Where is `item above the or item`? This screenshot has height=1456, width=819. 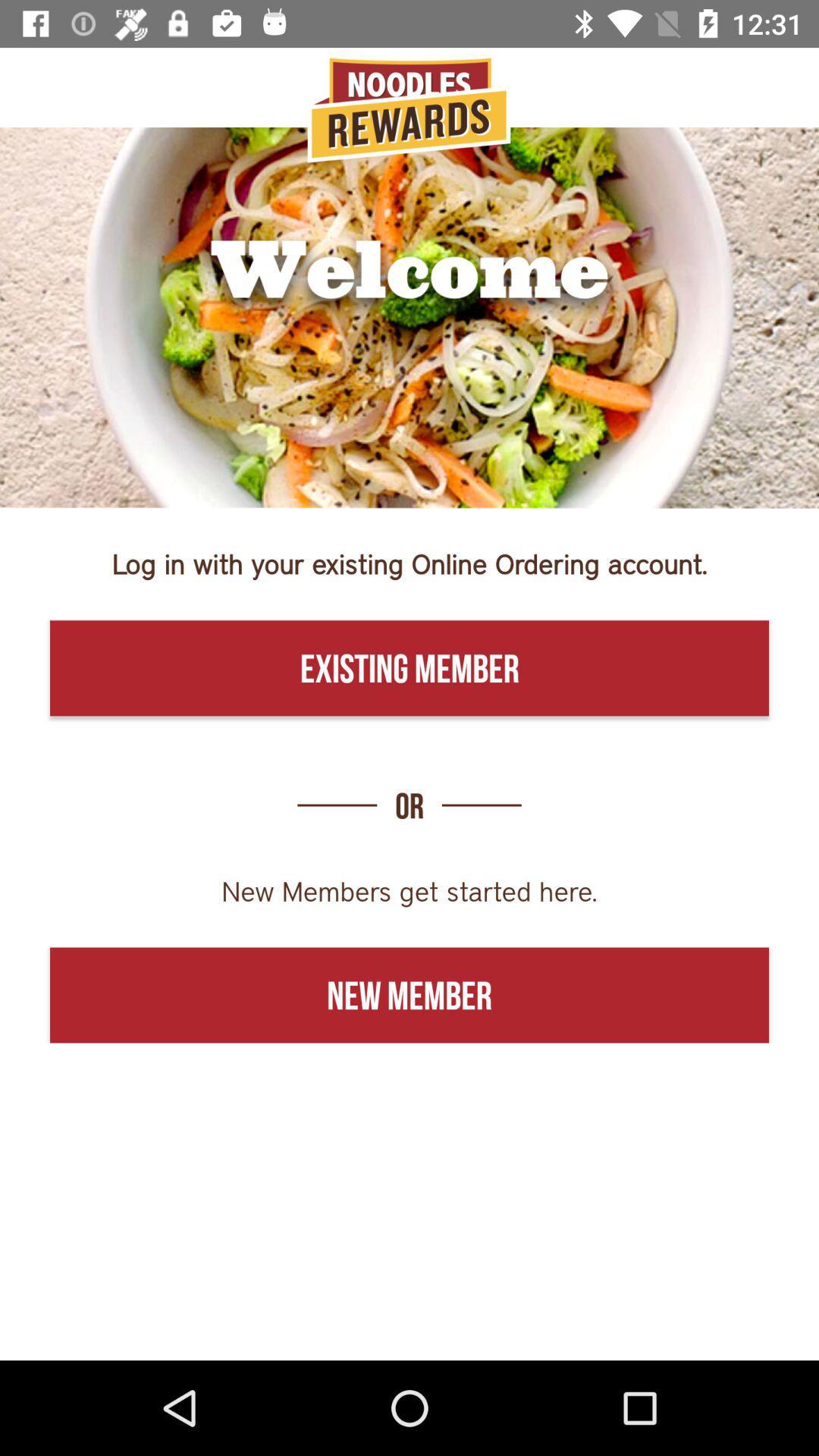
item above the or item is located at coordinates (409, 667).